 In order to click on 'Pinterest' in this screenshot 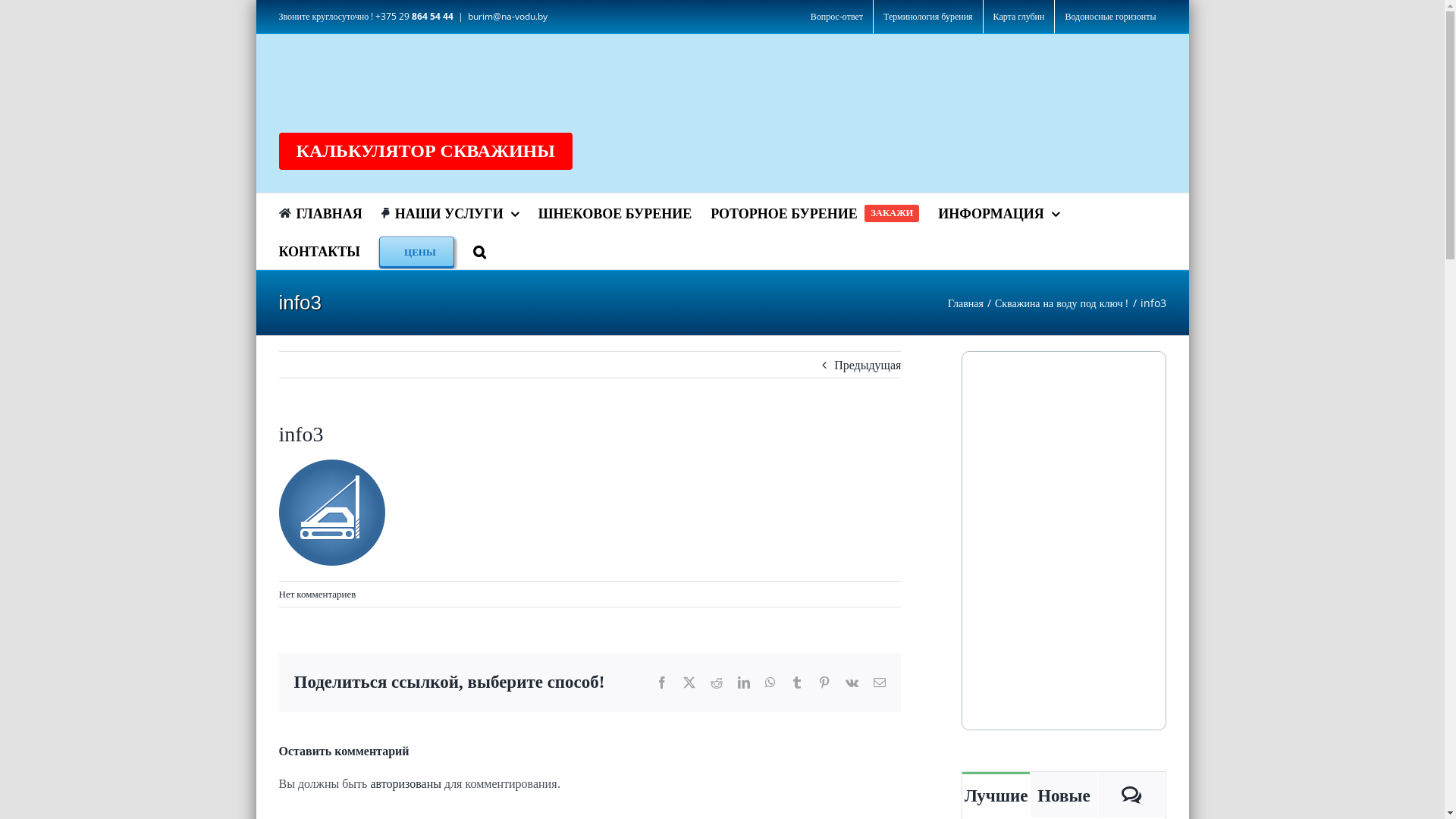, I will do `click(823, 681)`.